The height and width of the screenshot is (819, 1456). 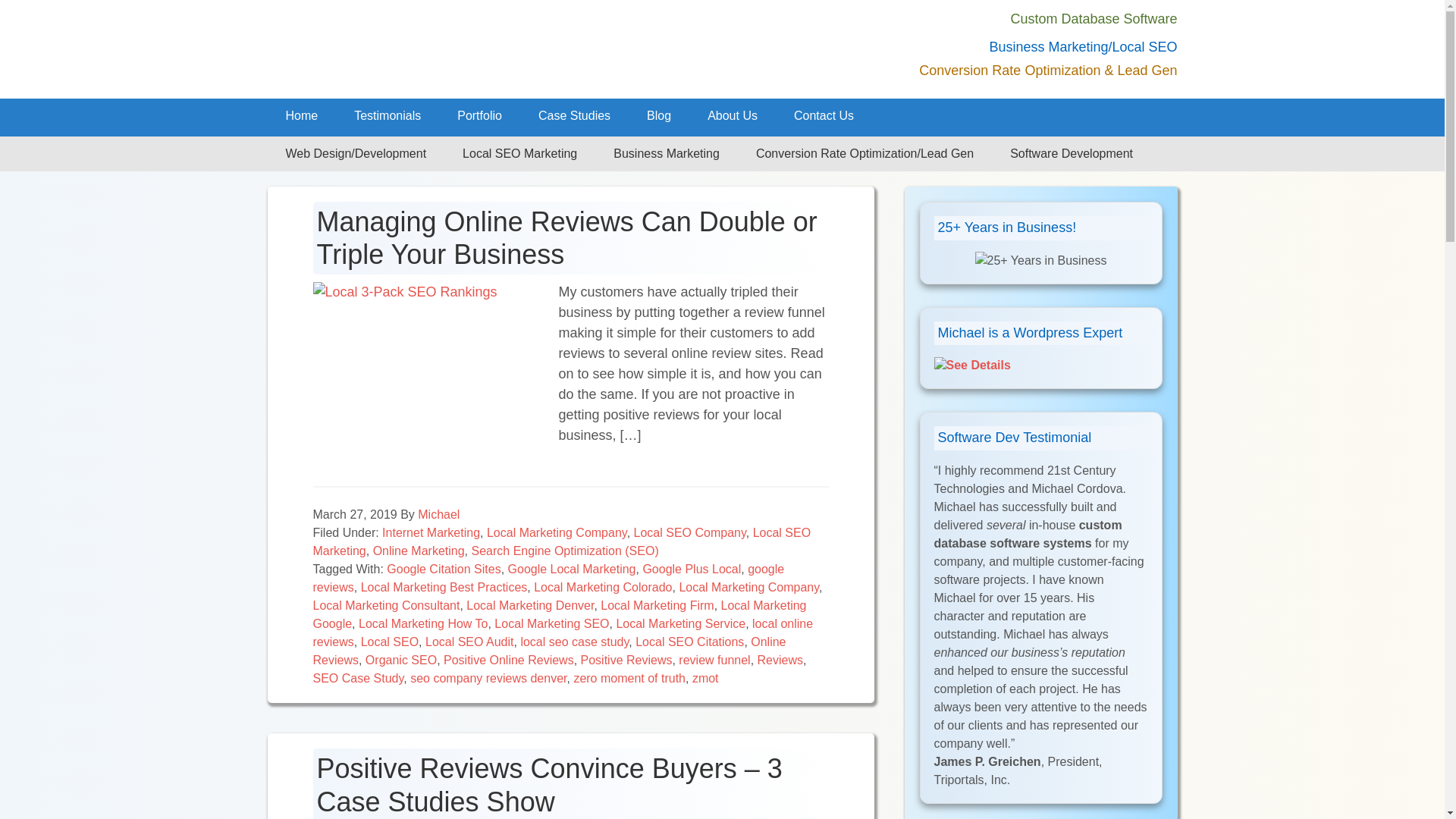 I want to click on 'Local Marketing Firm', so click(x=657, y=604).